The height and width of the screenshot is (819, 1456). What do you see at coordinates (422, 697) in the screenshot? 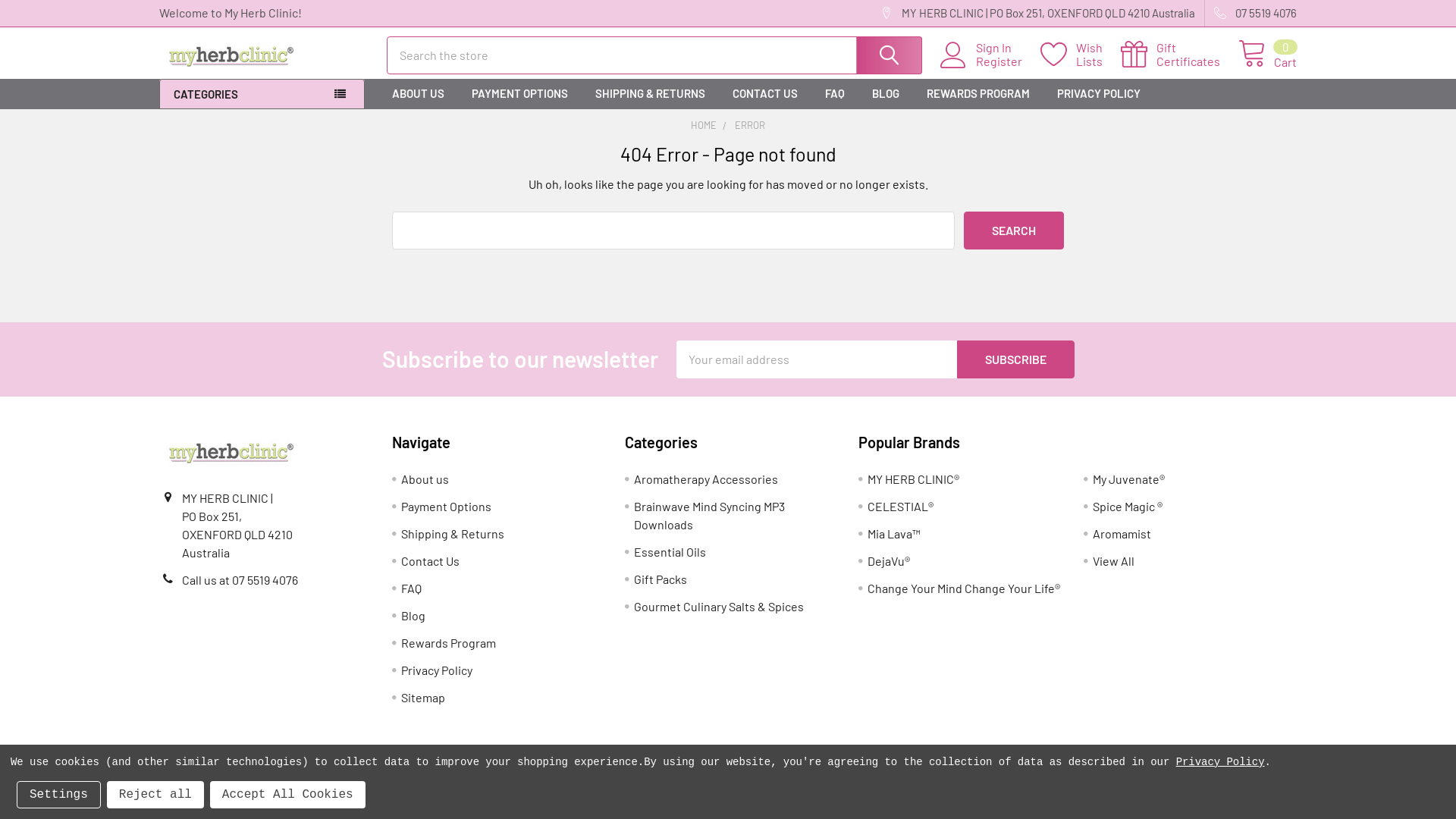
I see `'Sitemap'` at bounding box center [422, 697].